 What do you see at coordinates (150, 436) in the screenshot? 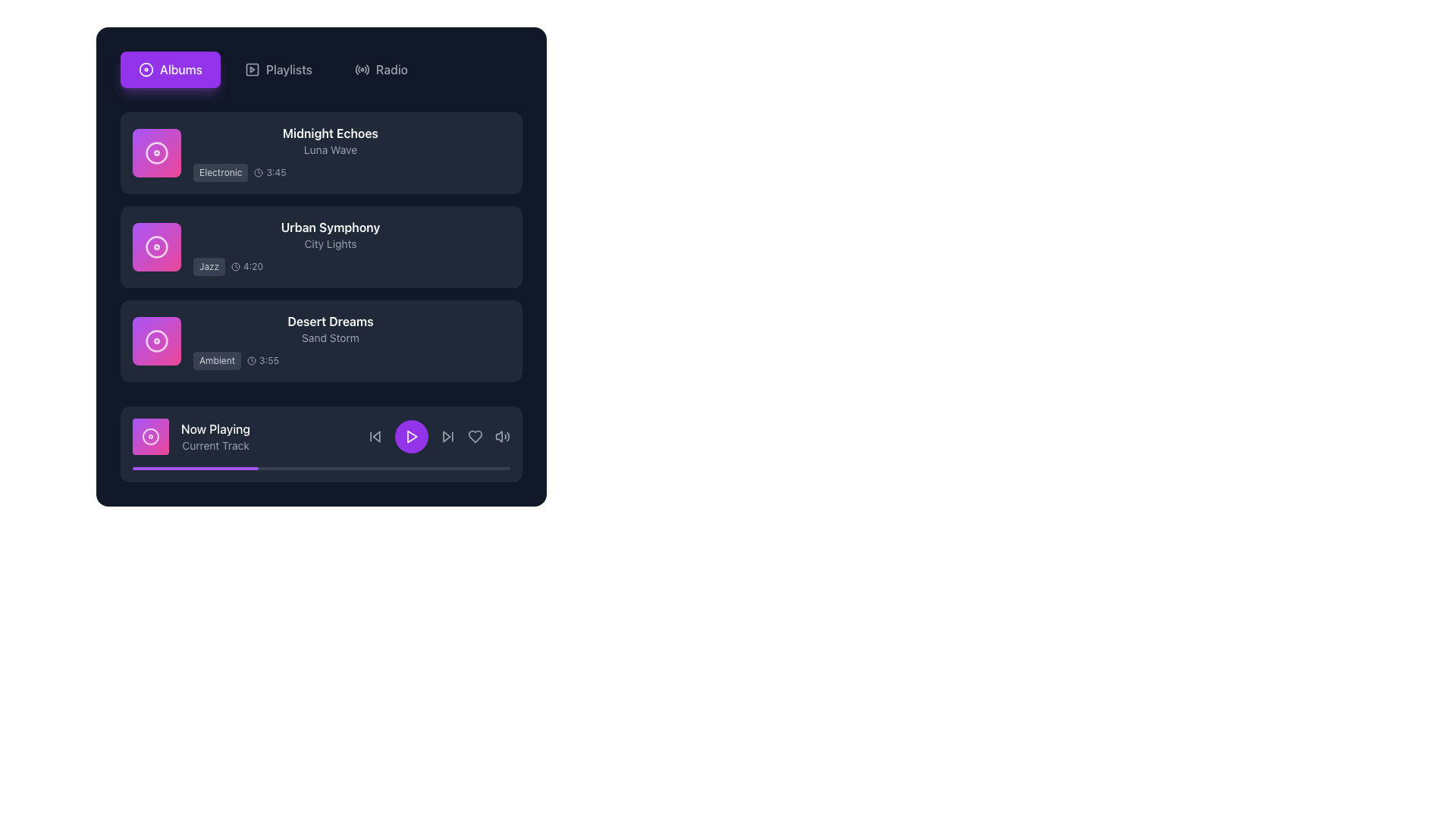
I see `the icon representing the currently playing track, located in the bottom-most row to the left of the text 'Now Playing' and 'Current Track'` at bounding box center [150, 436].